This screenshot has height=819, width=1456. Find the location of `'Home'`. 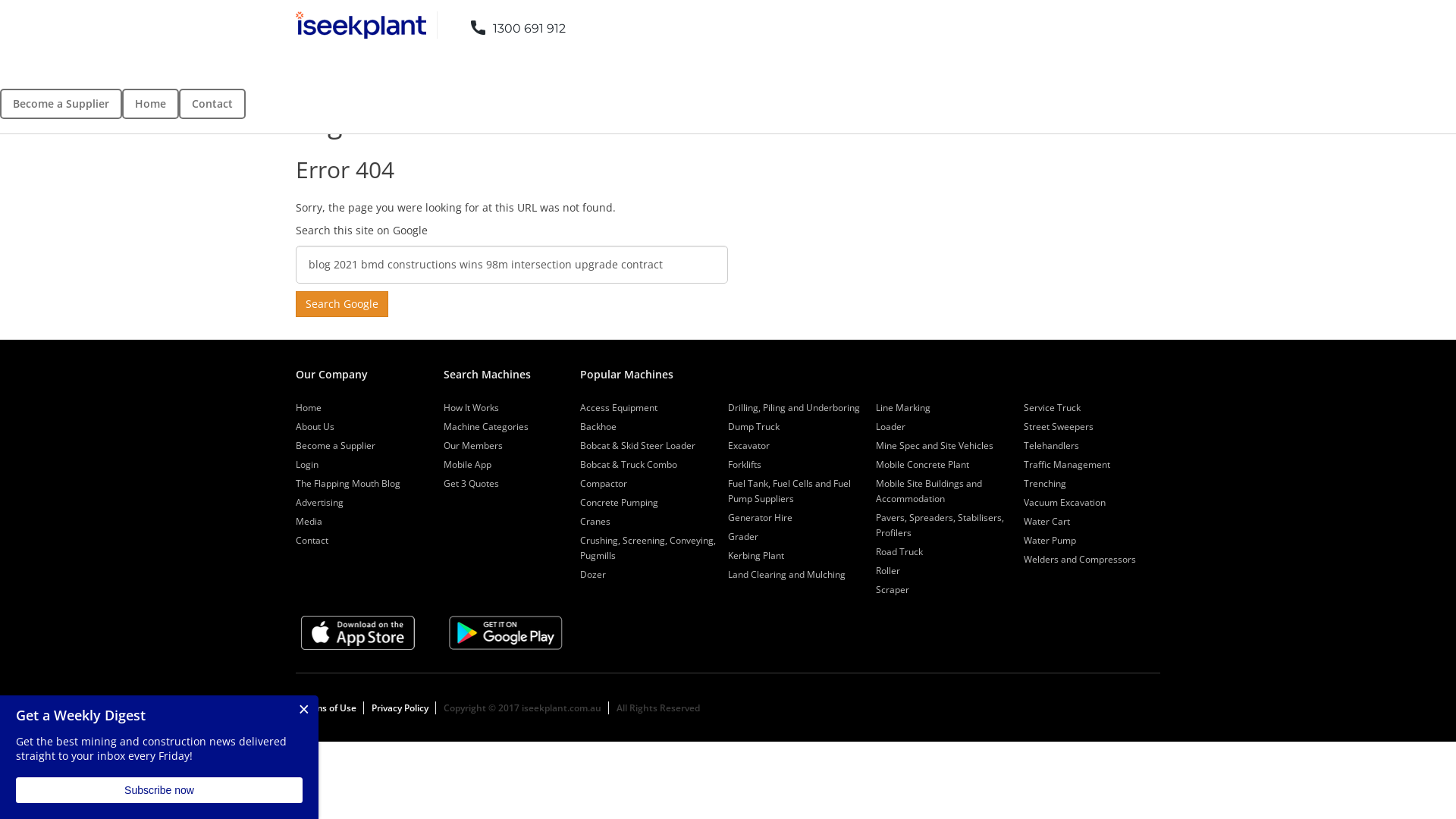

'Home' is located at coordinates (150, 103).